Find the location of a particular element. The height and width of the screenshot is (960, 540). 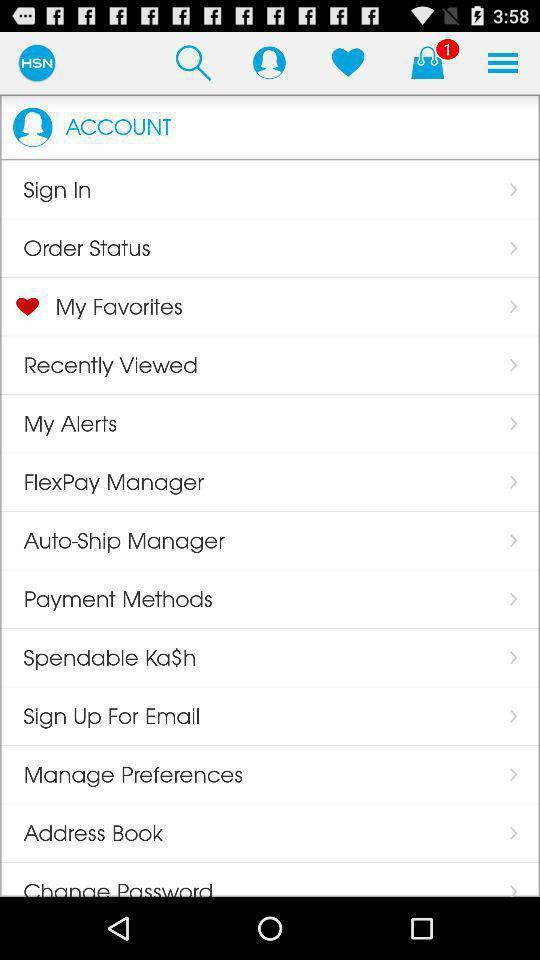

favorites tab is located at coordinates (347, 62).